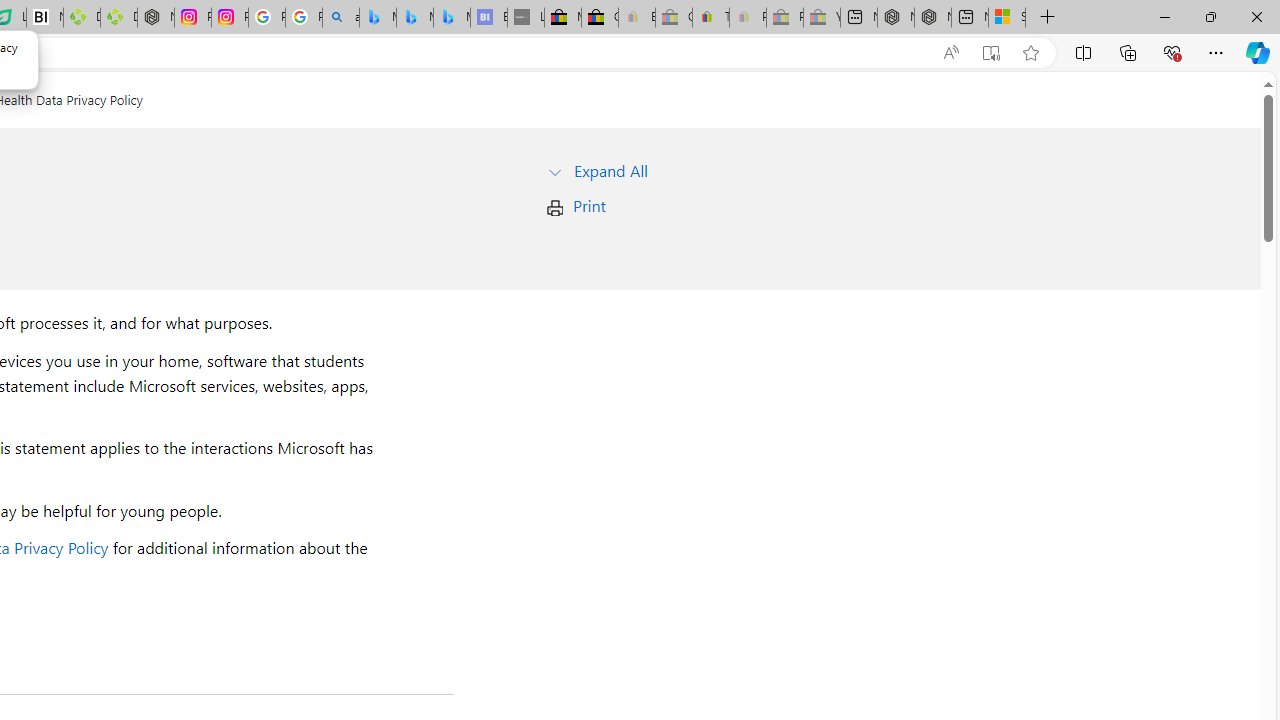  I want to click on 'Nordace - Nordace Edin Collection', so click(155, 17).